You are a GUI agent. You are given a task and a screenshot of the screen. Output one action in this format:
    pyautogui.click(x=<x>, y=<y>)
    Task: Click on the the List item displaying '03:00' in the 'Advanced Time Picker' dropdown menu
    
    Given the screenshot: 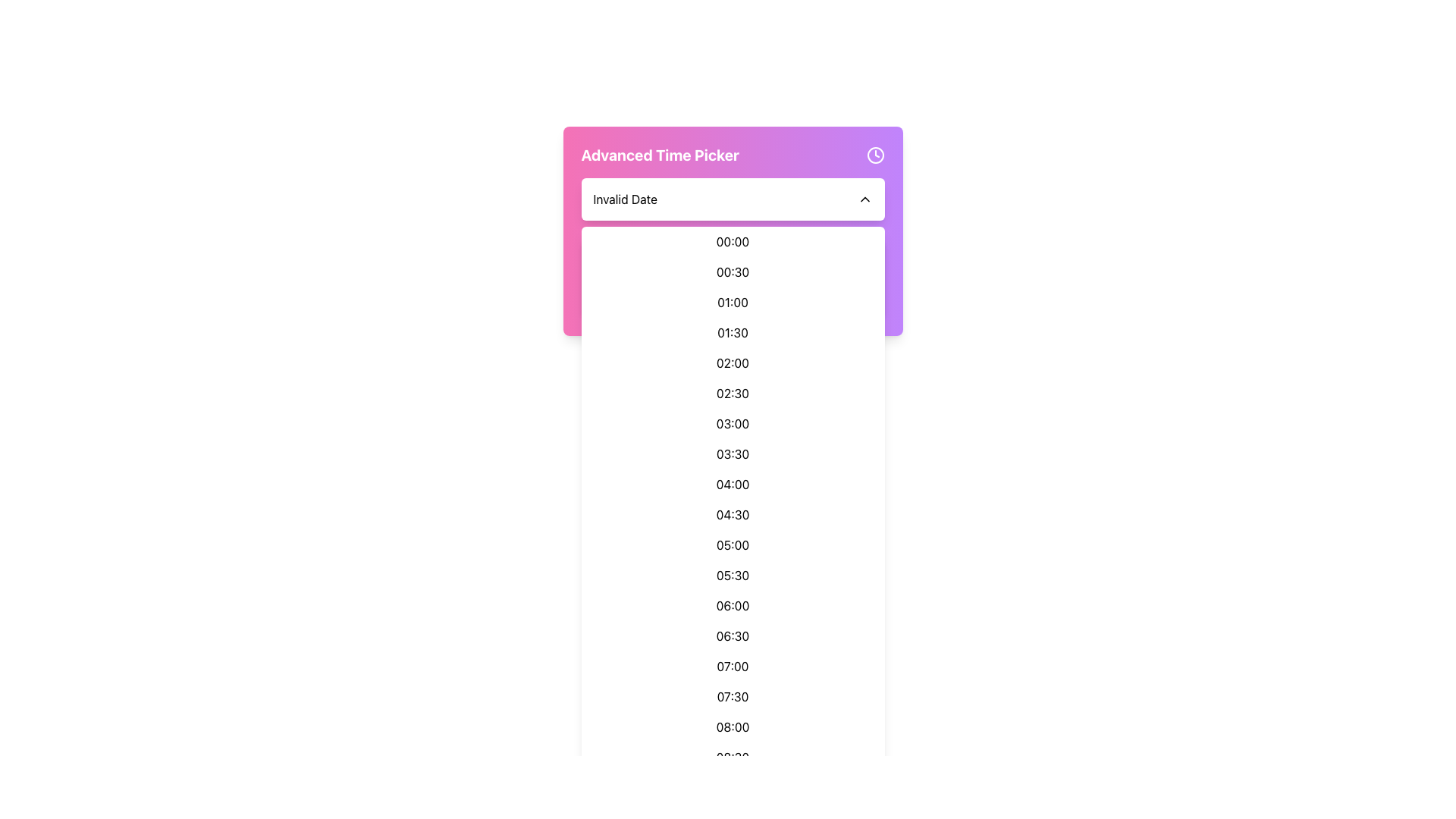 What is the action you would take?
    pyautogui.click(x=733, y=424)
    